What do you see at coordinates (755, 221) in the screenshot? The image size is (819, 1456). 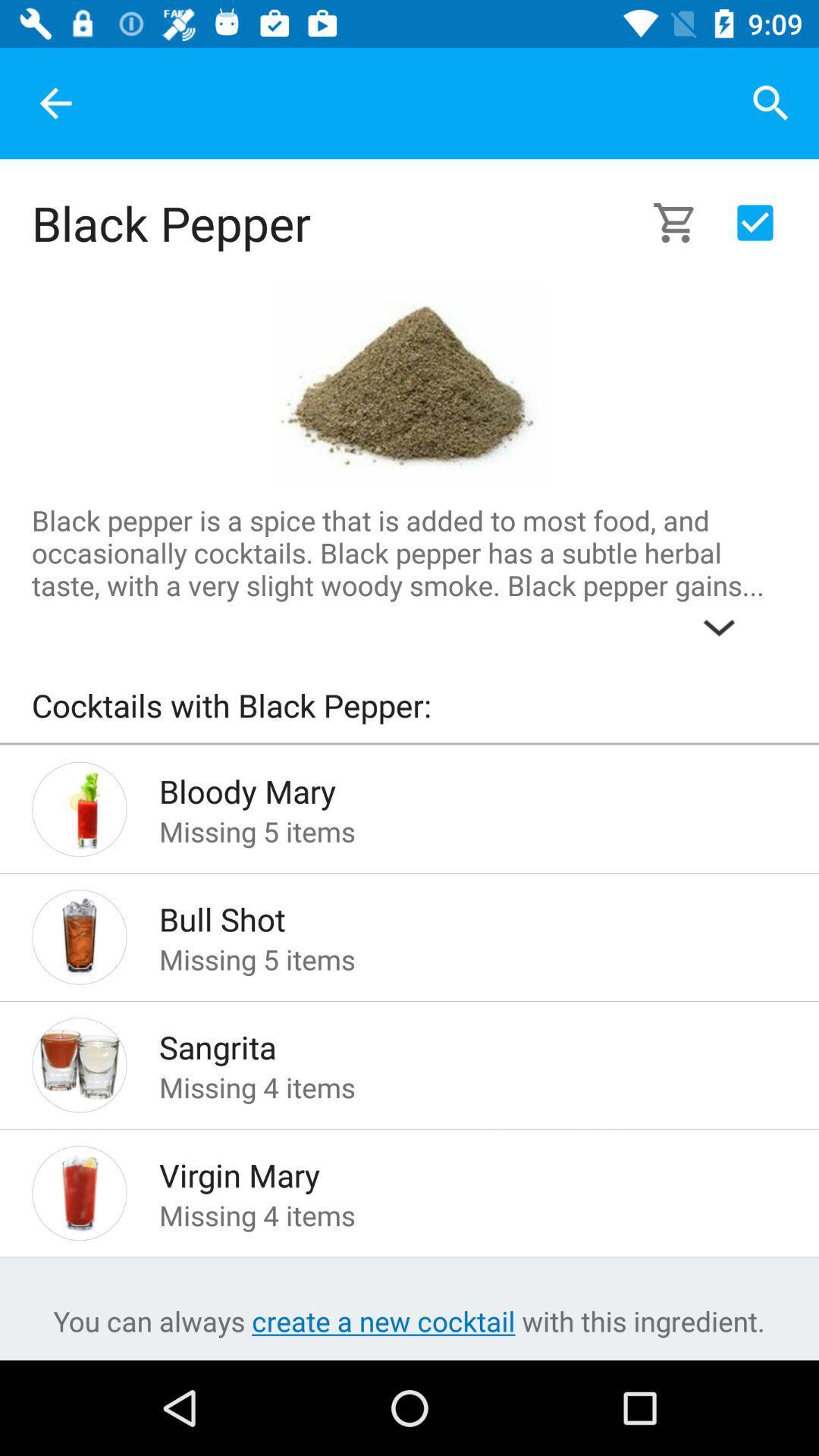 I see `the second option to the right of pepper` at bounding box center [755, 221].